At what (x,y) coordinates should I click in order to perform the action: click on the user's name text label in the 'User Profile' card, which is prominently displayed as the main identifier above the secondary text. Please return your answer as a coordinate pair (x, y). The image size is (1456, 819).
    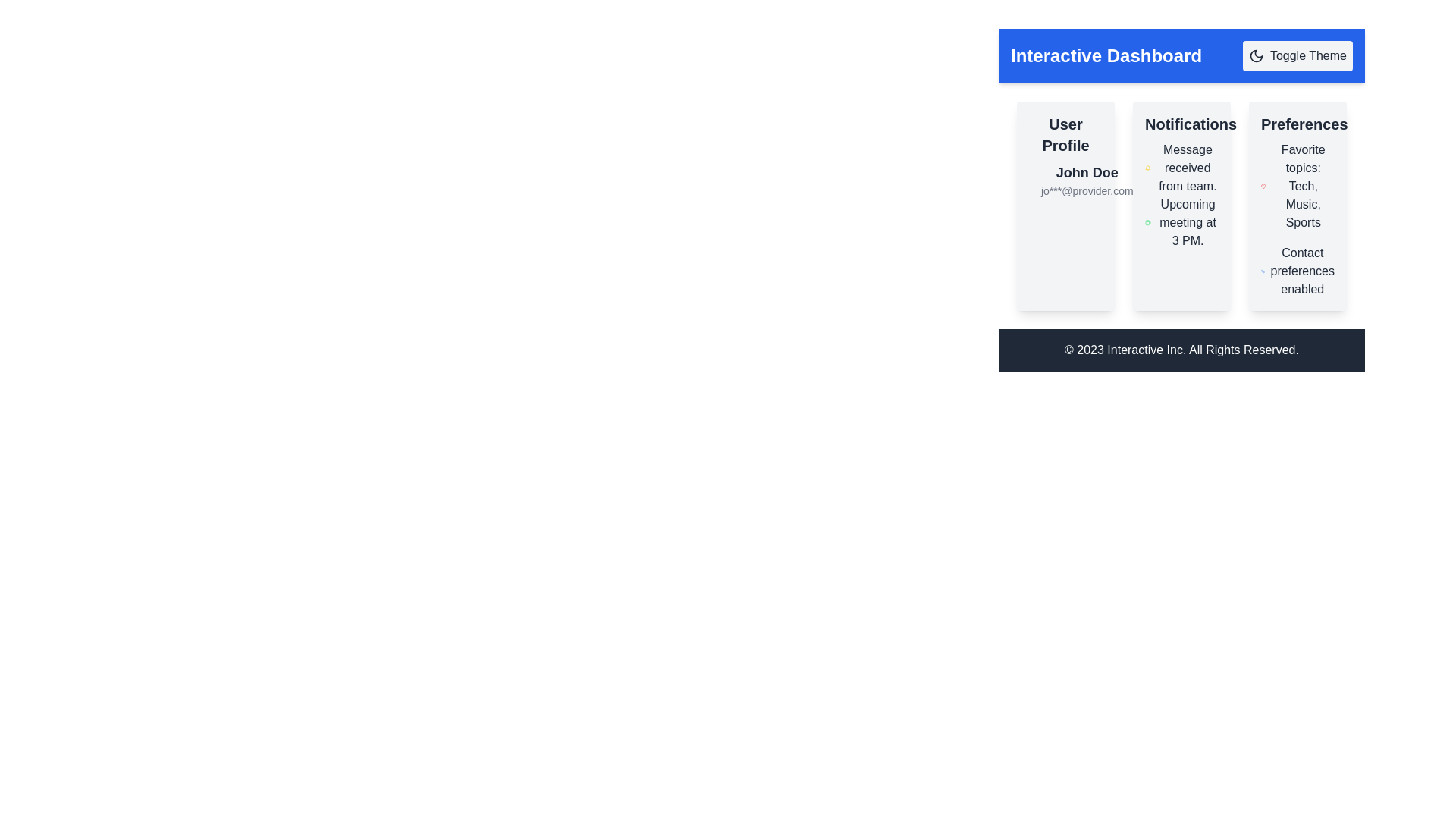
    Looking at the image, I should click on (1086, 171).